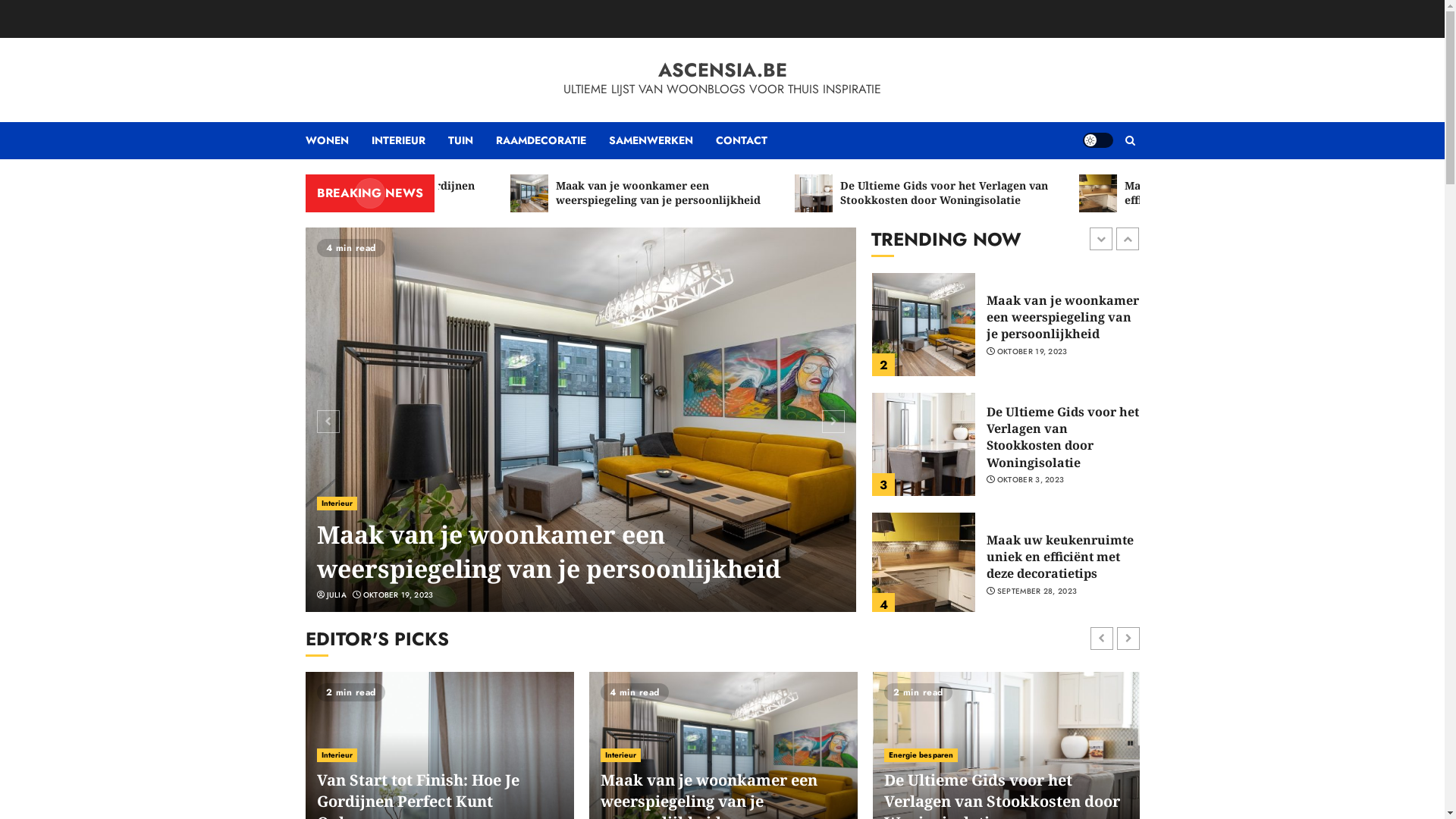 The image size is (1456, 819). Describe the element at coordinates (1082, 140) in the screenshot. I see `'Light/Dark Button'` at that location.